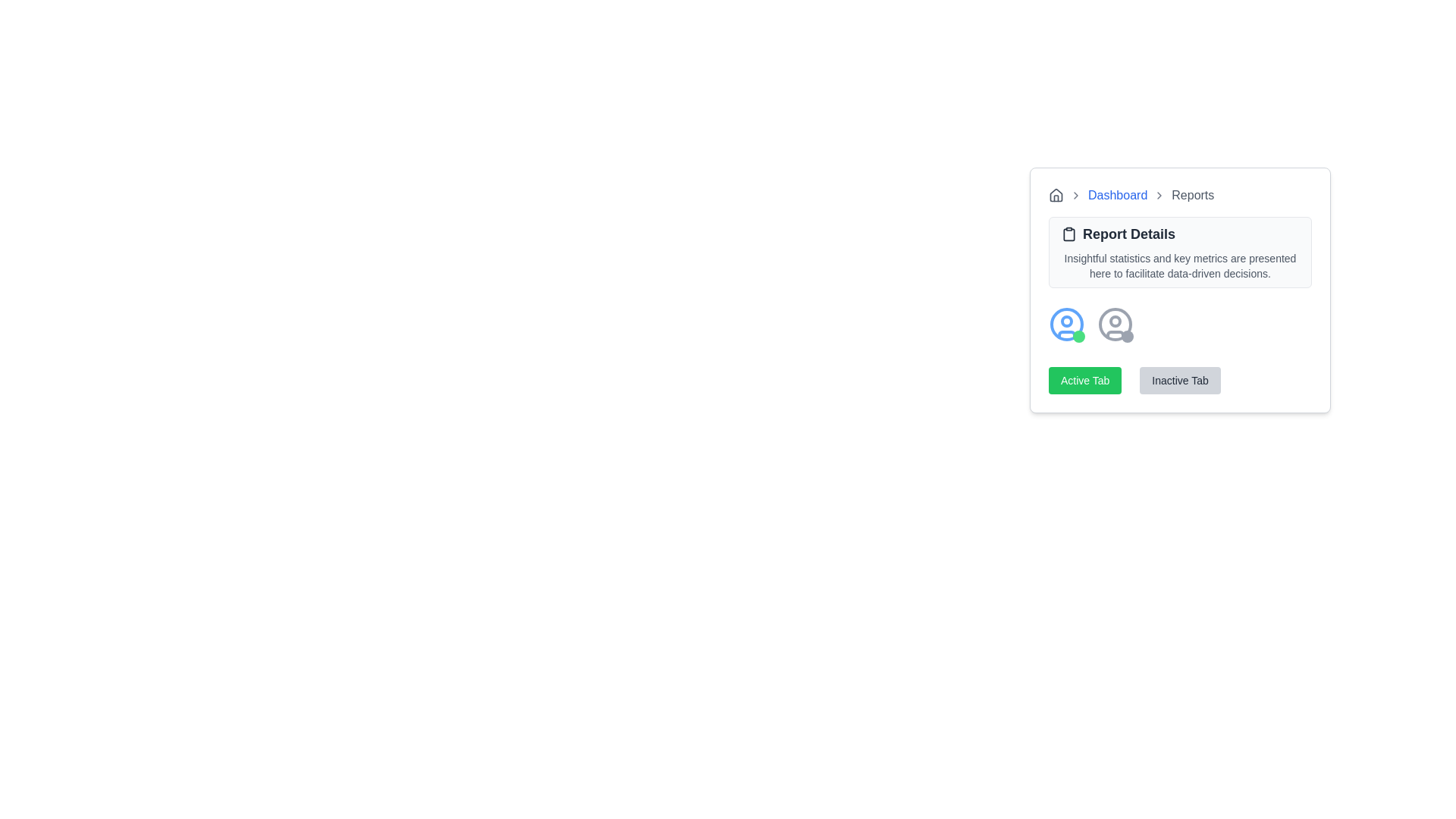 This screenshot has width=1456, height=819. What do you see at coordinates (1128, 335) in the screenshot?
I see `the appearance of the gray circular status indicator located at the bottom-right corner of the user profile icon` at bounding box center [1128, 335].